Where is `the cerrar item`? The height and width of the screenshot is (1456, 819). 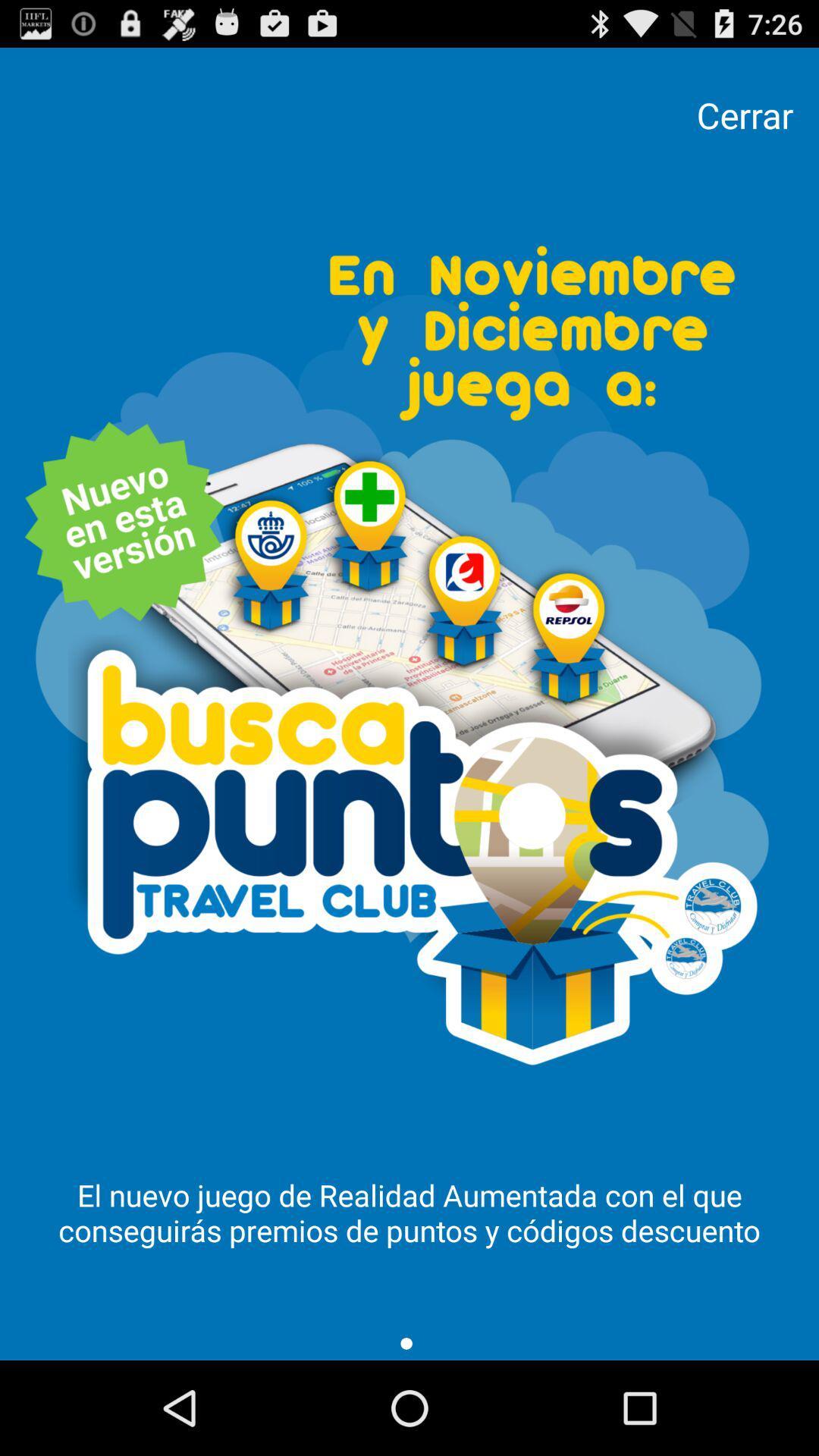 the cerrar item is located at coordinates (744, 115).